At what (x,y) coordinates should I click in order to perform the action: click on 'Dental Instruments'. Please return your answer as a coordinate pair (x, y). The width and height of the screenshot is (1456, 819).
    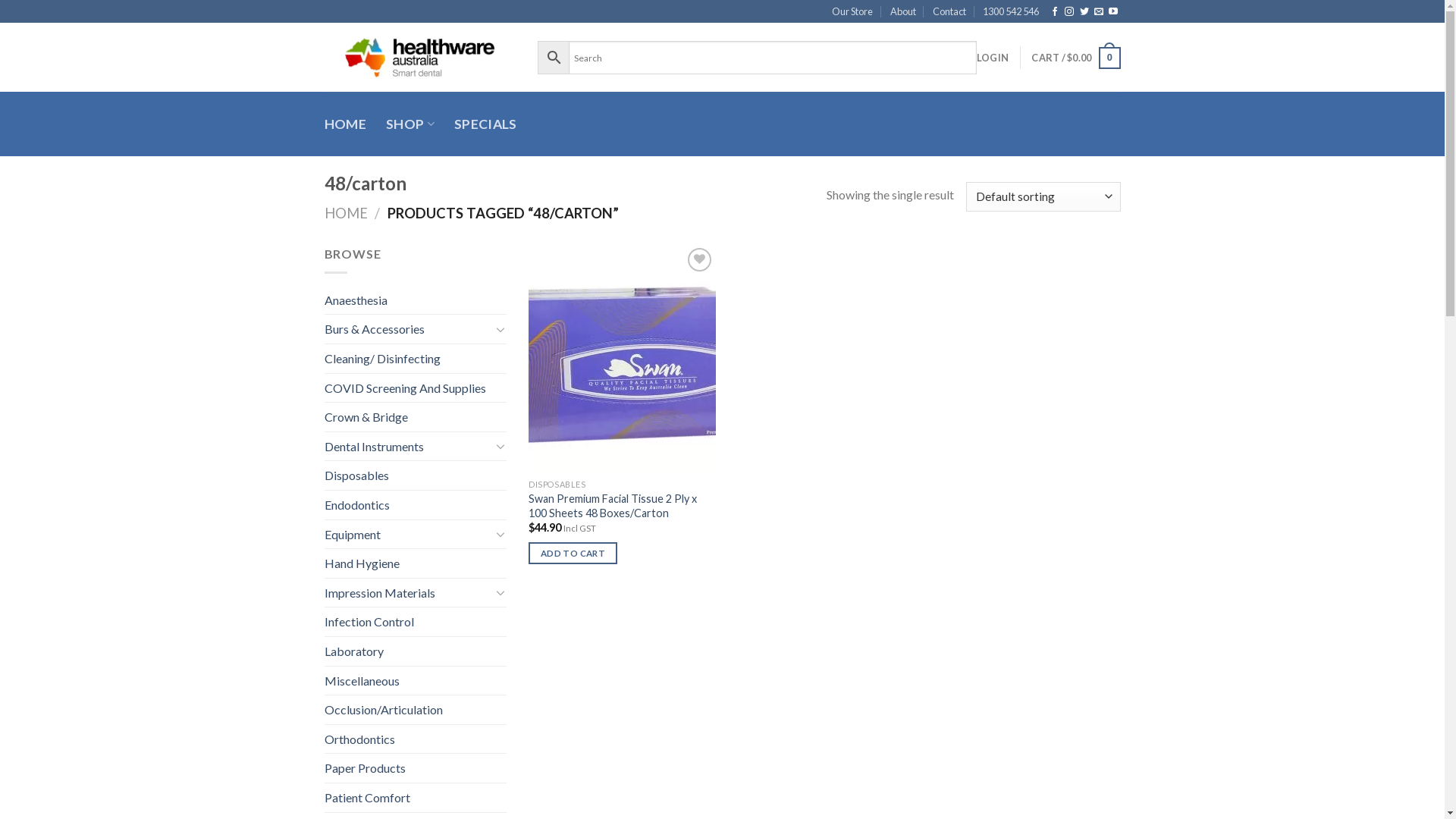
    Looking at the image, I should click on (323, 446).